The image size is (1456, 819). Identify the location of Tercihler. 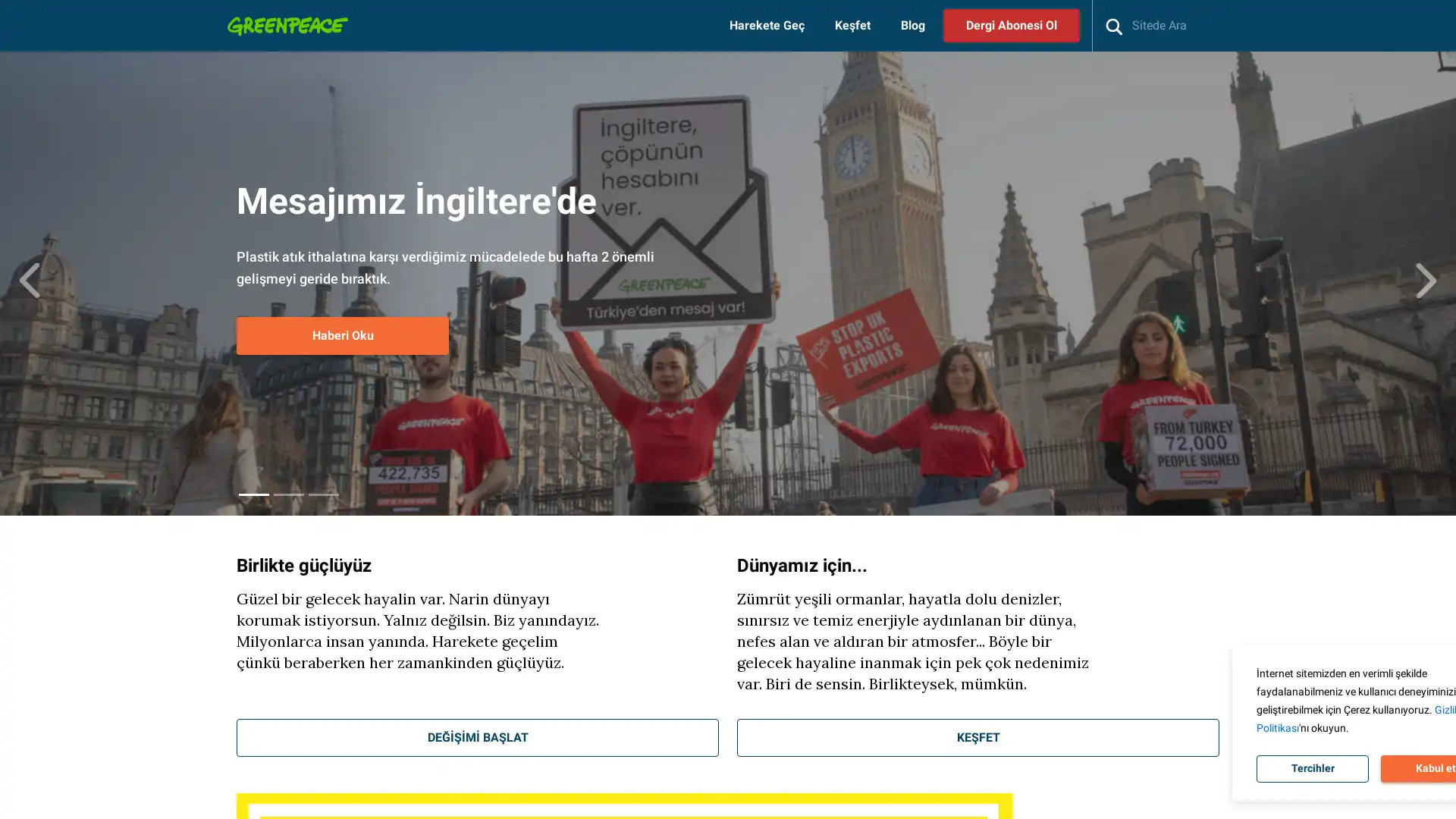
(1236, 769).